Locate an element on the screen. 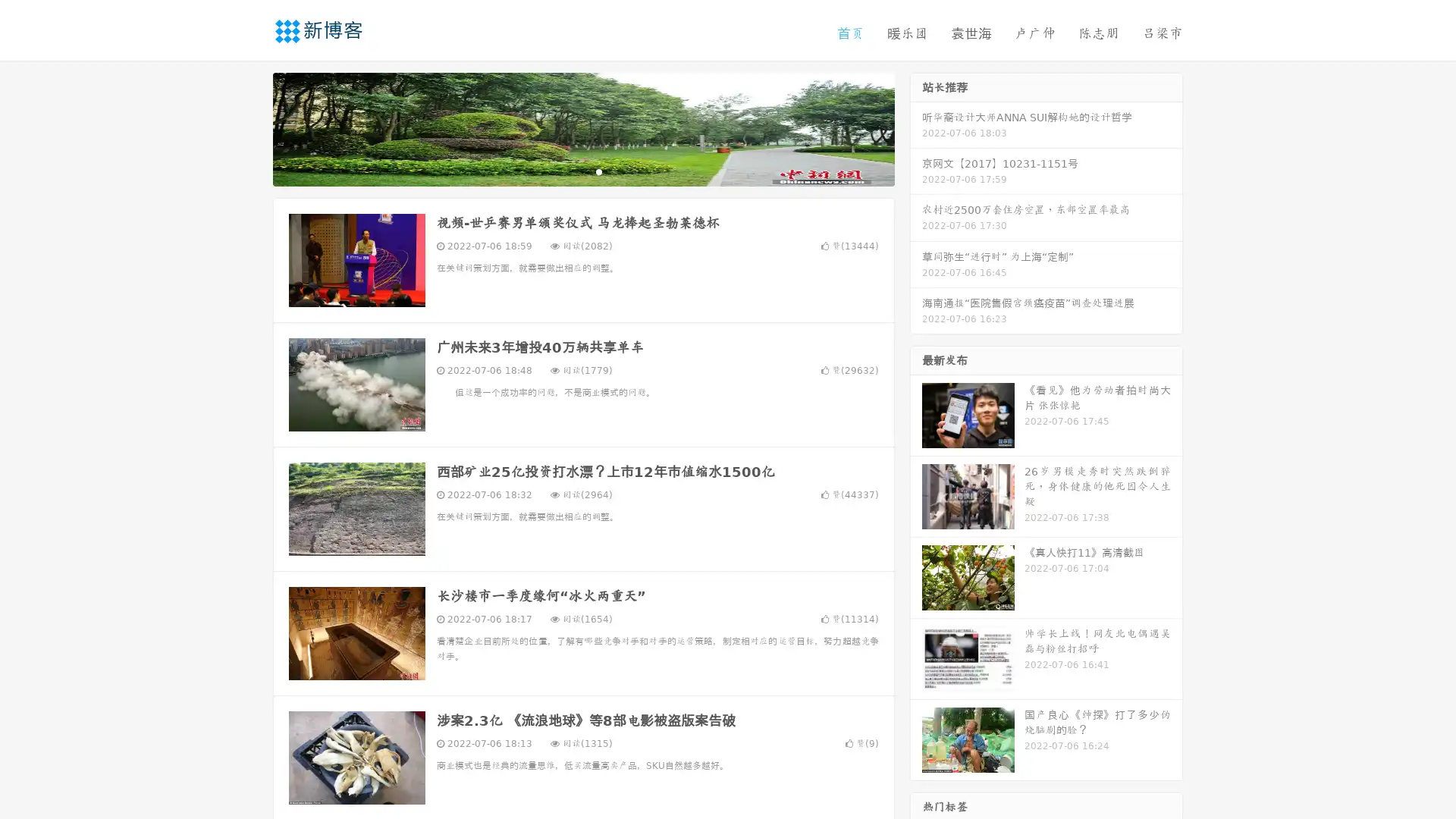 The image size is (1456, 819). Go to slide 3 is located at coordinates (598, 171).